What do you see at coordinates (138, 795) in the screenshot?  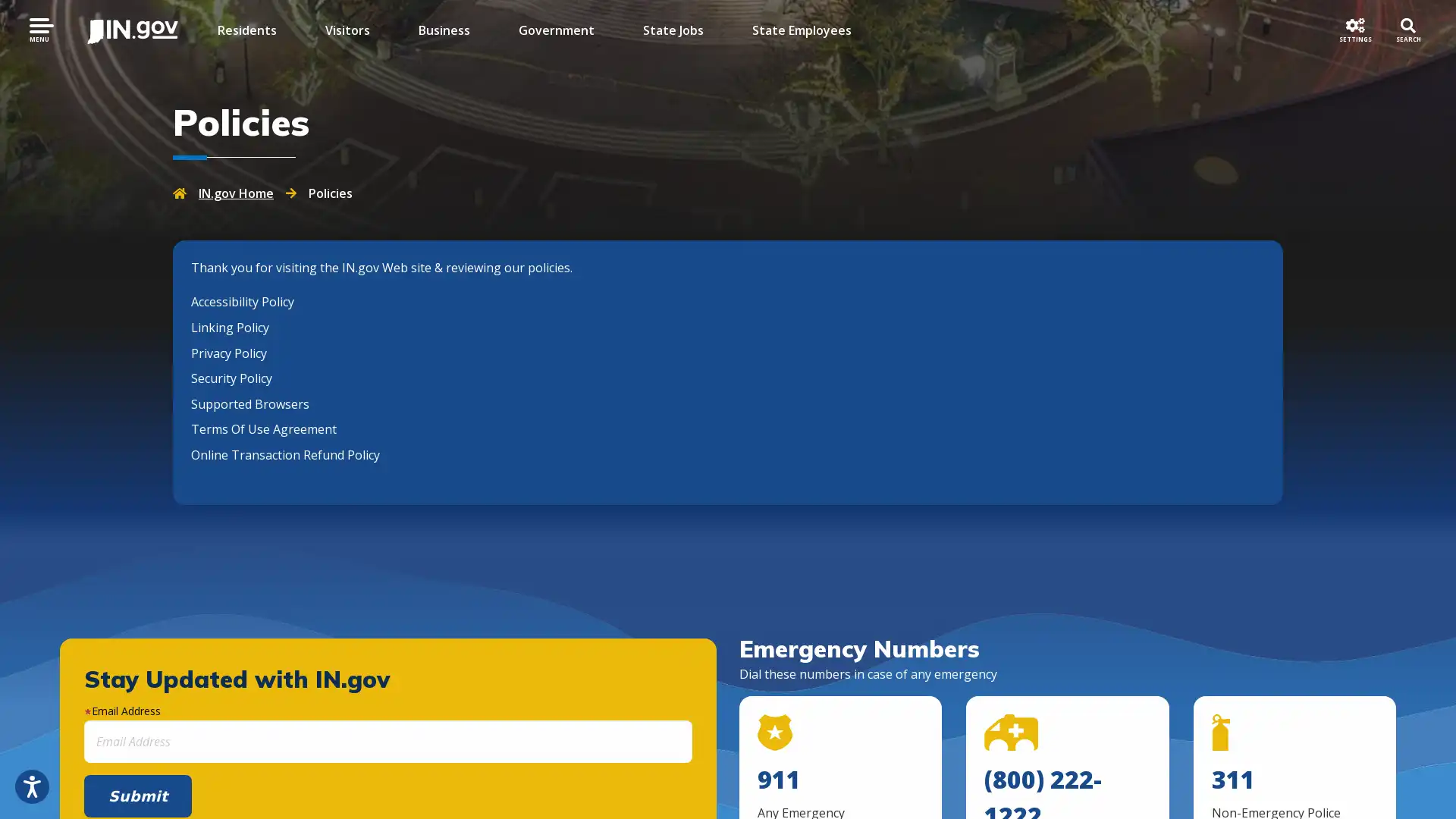 I see `Submit` at bounding box center [138, 795].